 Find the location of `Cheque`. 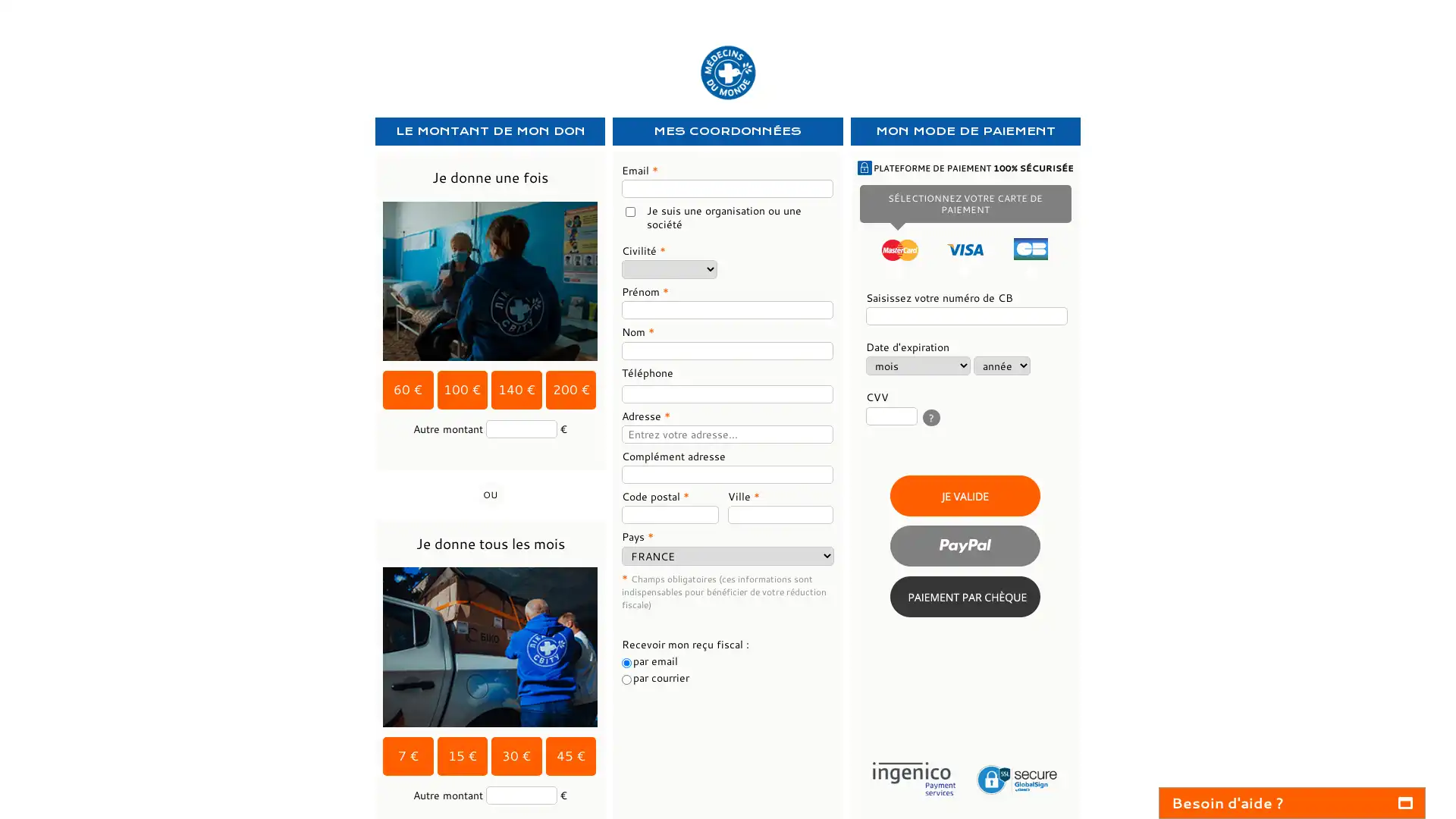

Cheque is located at coordinates (964, 595).